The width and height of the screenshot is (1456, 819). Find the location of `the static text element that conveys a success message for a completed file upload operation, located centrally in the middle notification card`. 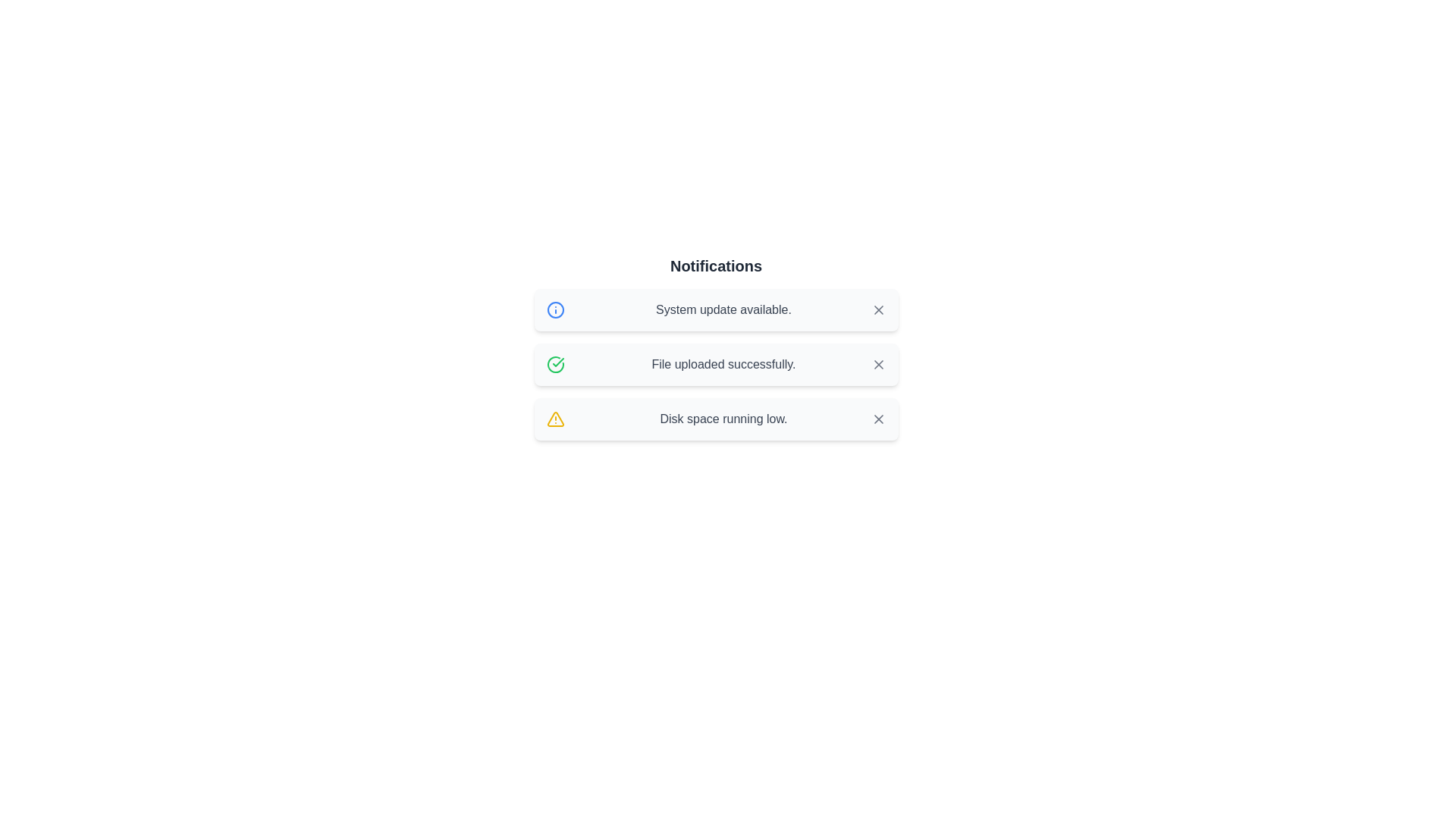

the static text element that conveys a success message for a completed file upload operation, located centrally in the middle notification card is located at coordinates (723, 365).